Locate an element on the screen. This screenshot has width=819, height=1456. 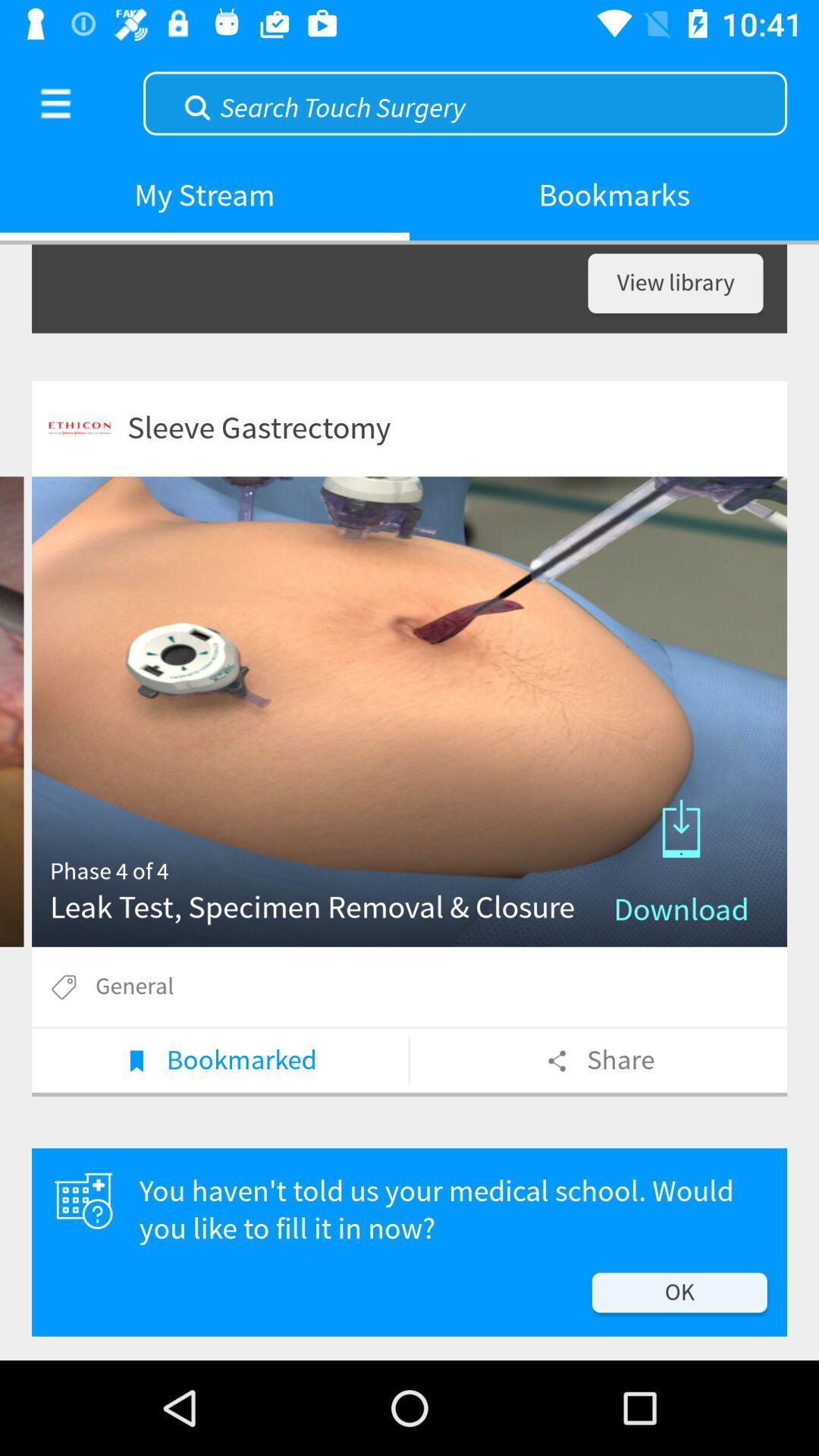
the item next to my stream is located at coordinates (55, 102).